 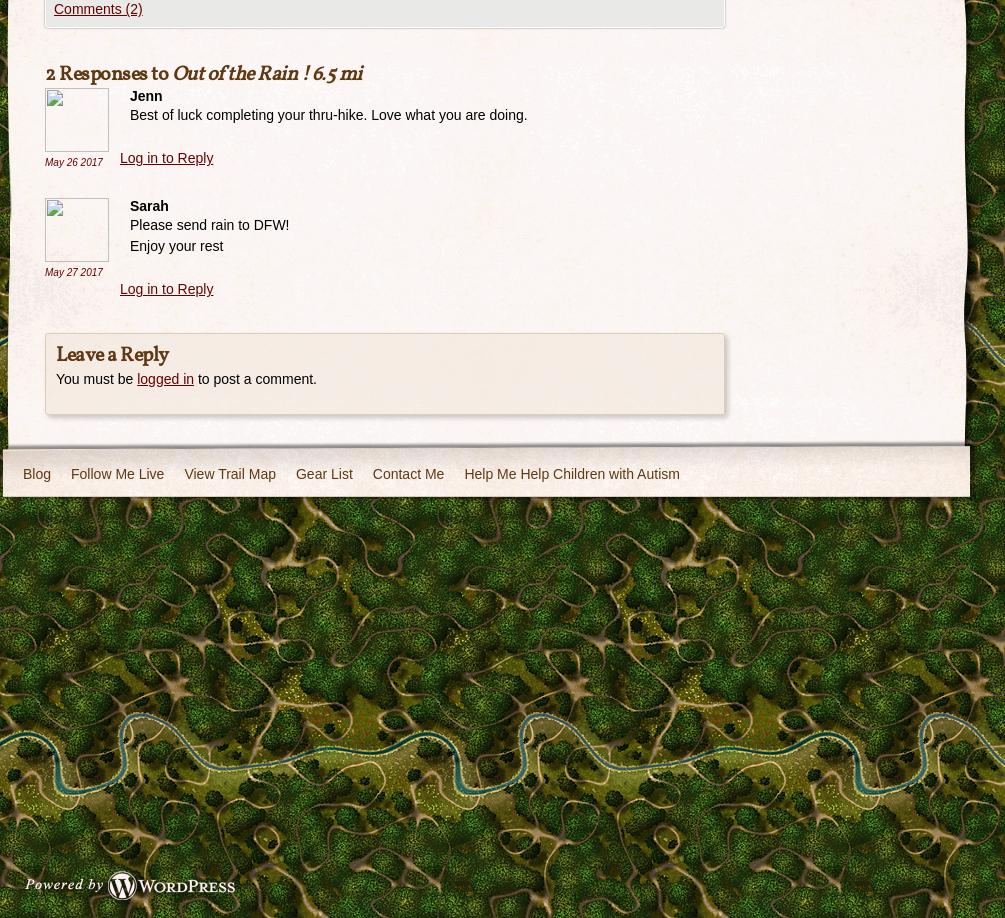 I want to click on 'Best of luck completing your thru-hike. Love what you are doing.', so click(x=327, y=114).